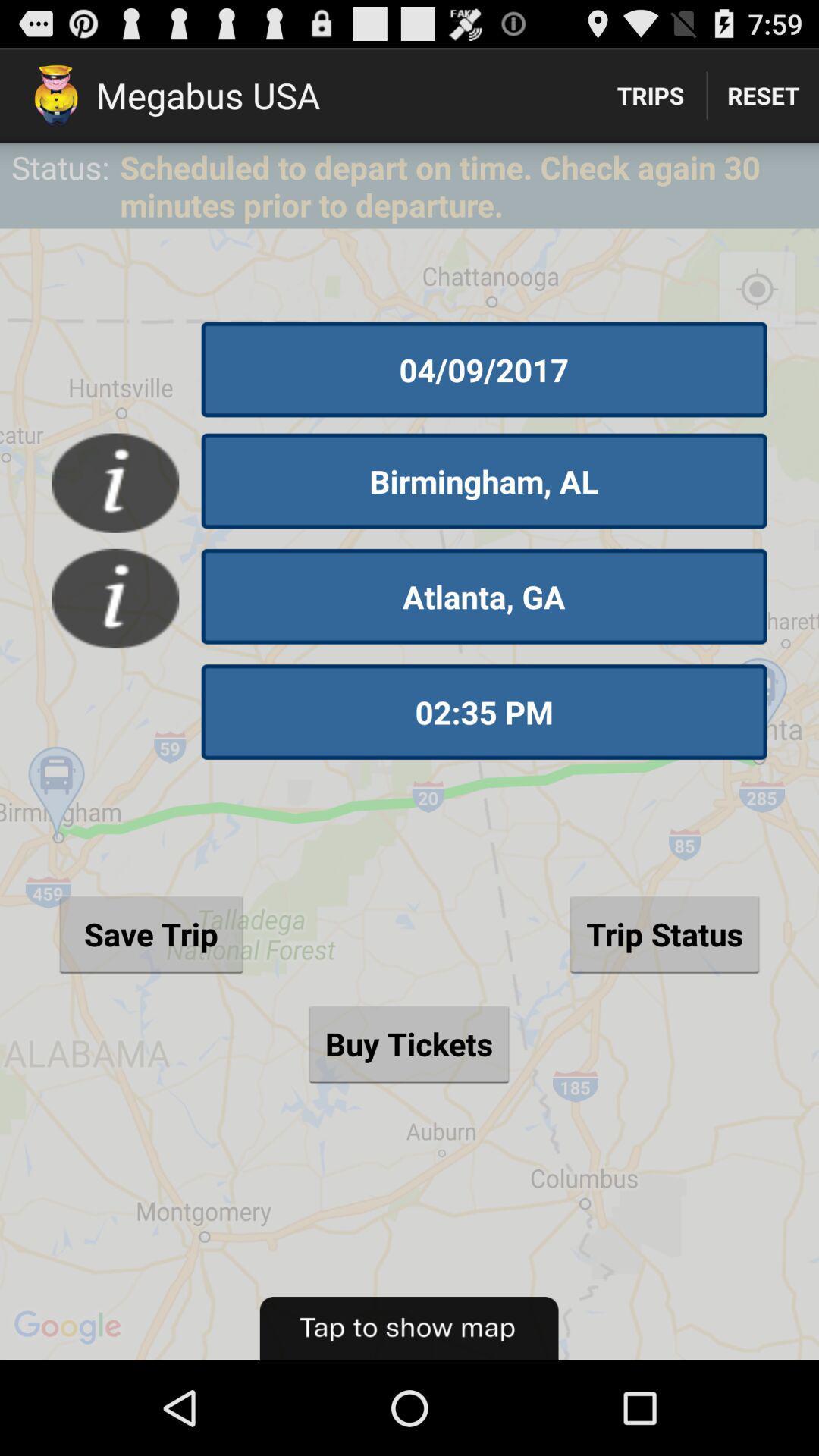 The height and width of the screenshot is (1456, 819). What do you see at coordinates (484, 711) in the screenshot?
I see `the item above save trip button` at bounding box center [484, 711].